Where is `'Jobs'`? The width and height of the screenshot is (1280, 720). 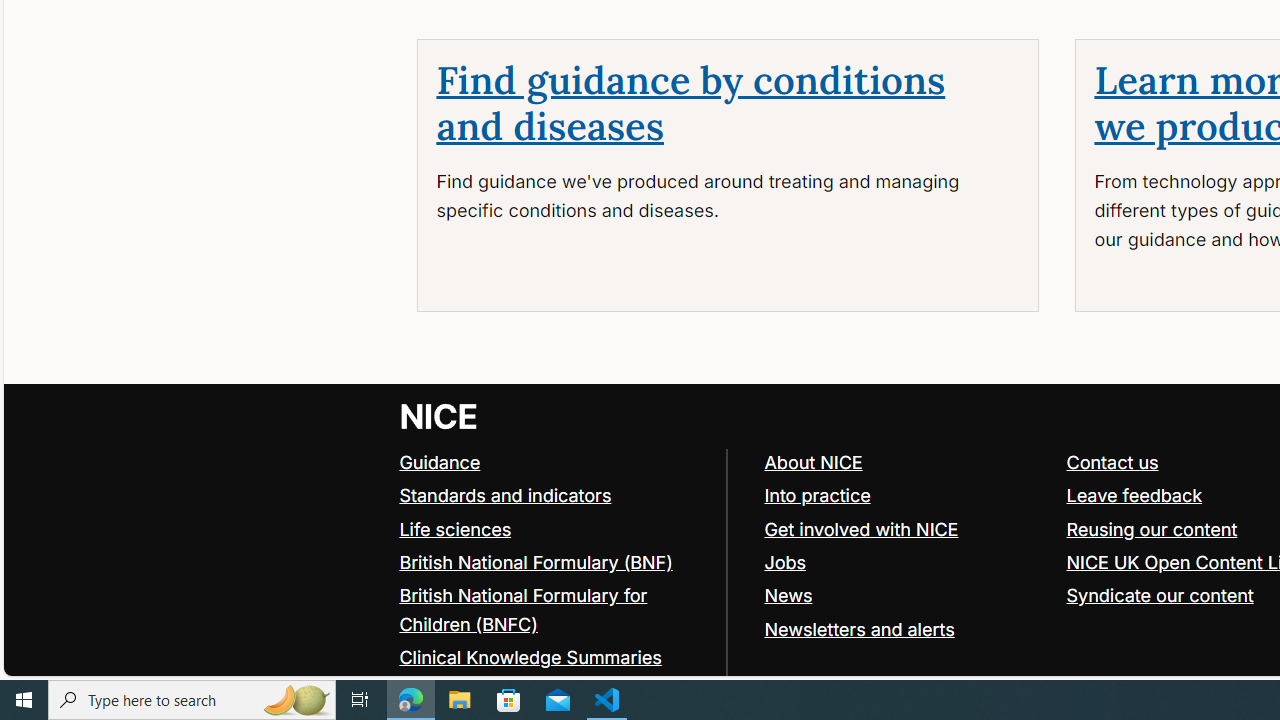
'Jobs' is located at coordinates (784, 561).